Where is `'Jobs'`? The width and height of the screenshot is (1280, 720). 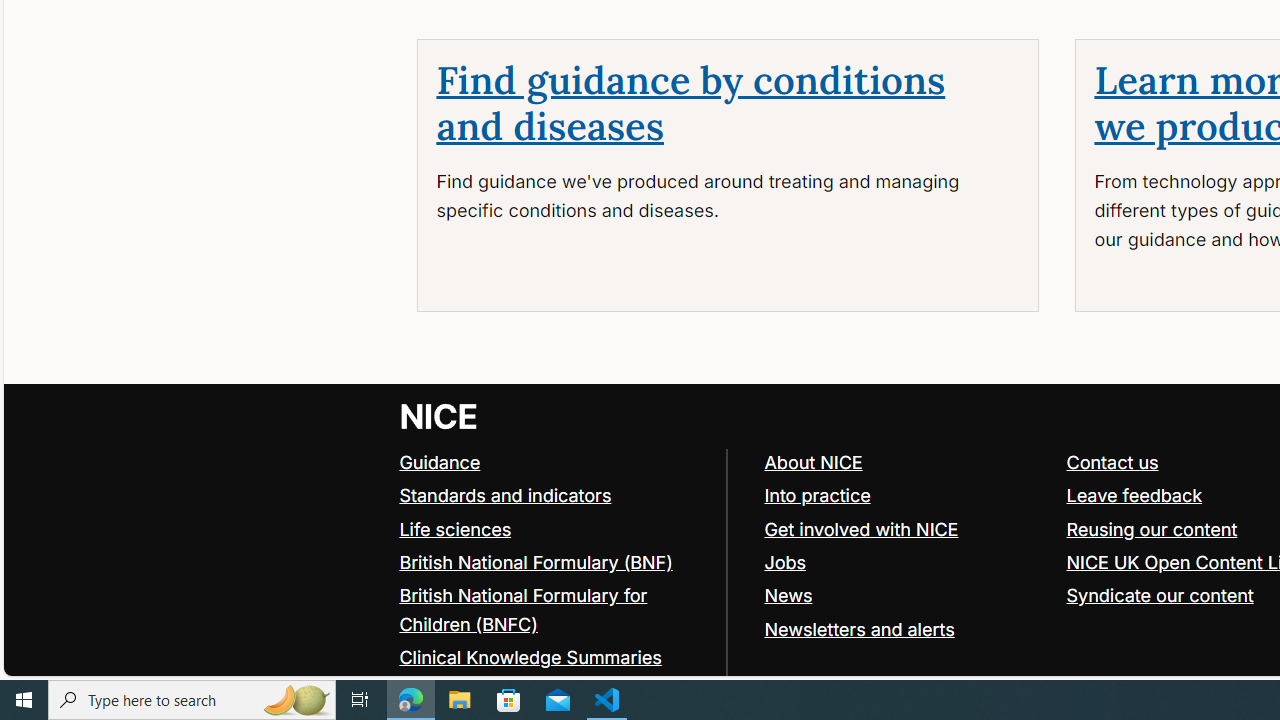
'Jobs' is located at coordinates (784, 561).